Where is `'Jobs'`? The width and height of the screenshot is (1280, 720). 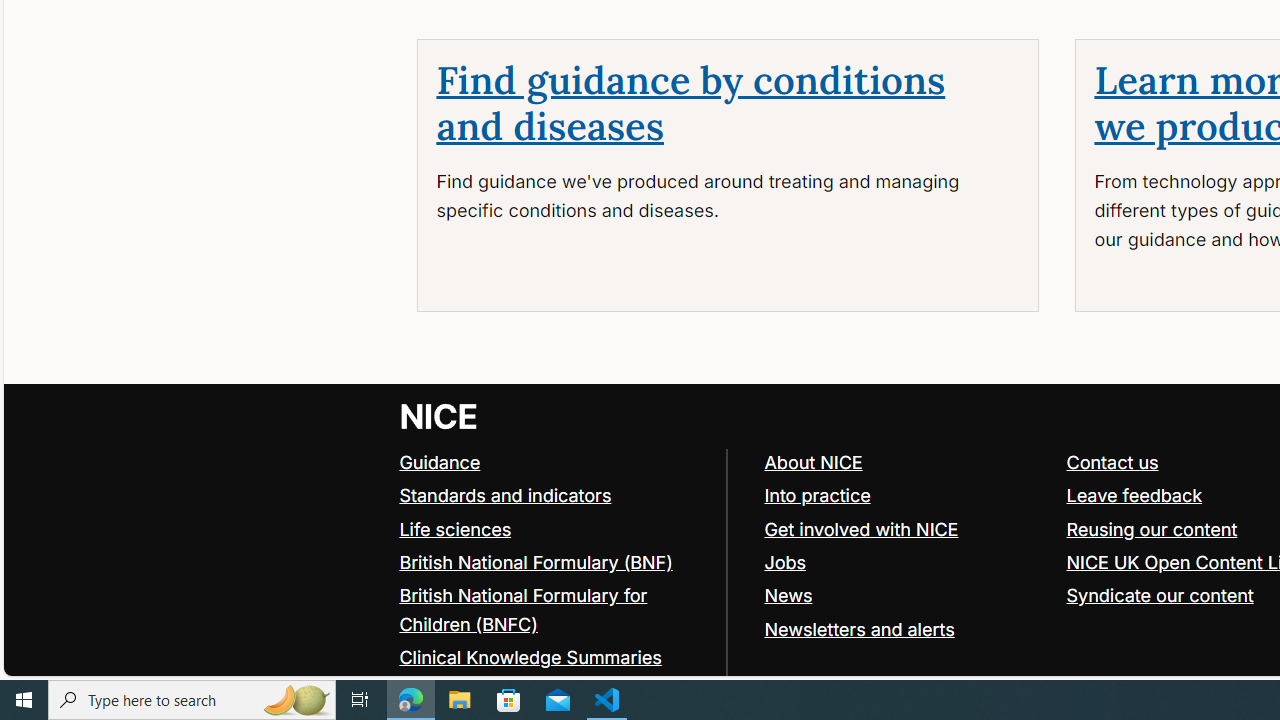
'Jobs' is located at coordinates (784, 561).